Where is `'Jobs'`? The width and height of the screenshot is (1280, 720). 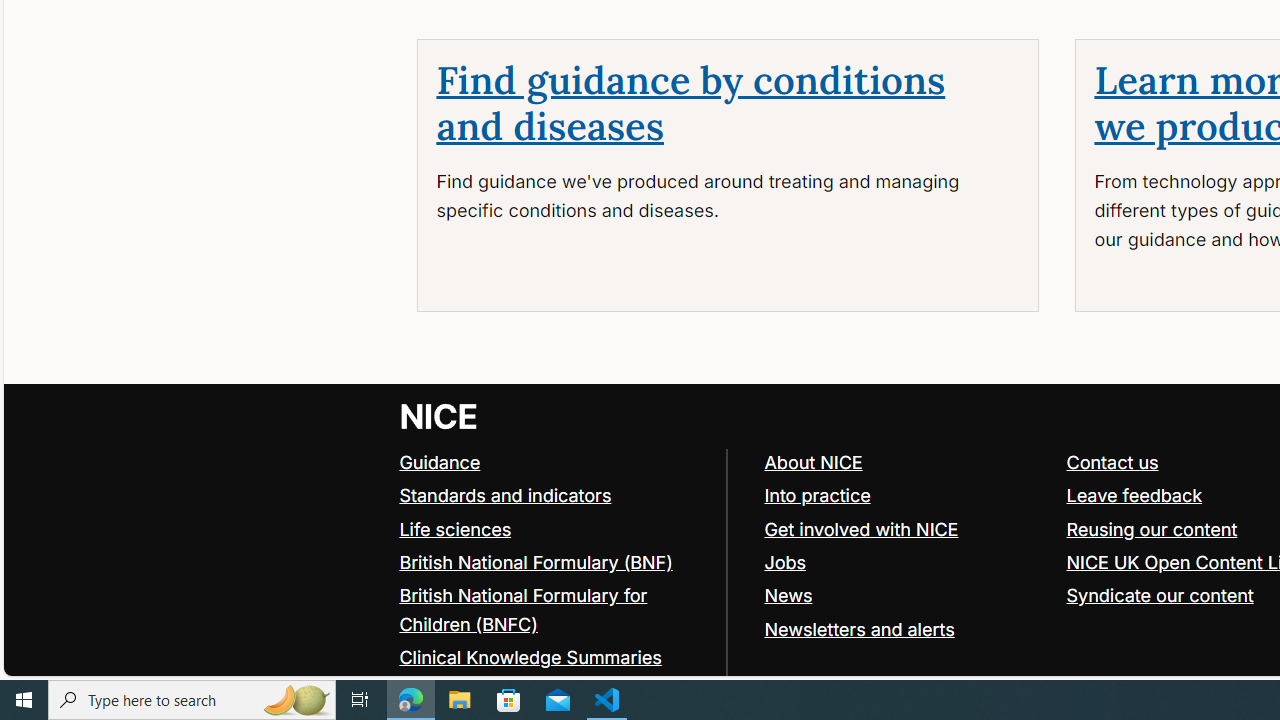
'Jobs' is located at coordinates (784, 561).